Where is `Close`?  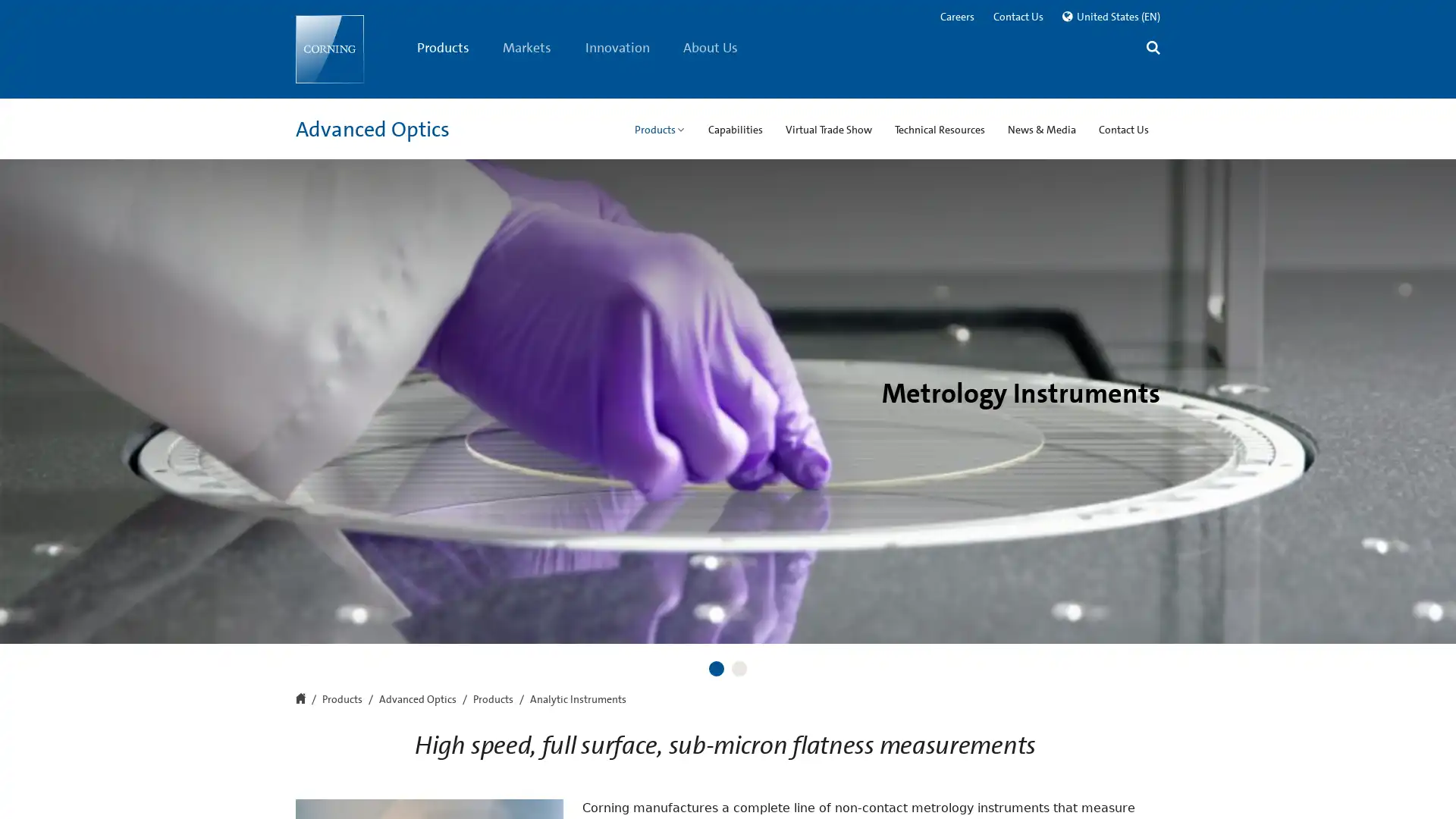 Close is located at coordinates (1430, 785).